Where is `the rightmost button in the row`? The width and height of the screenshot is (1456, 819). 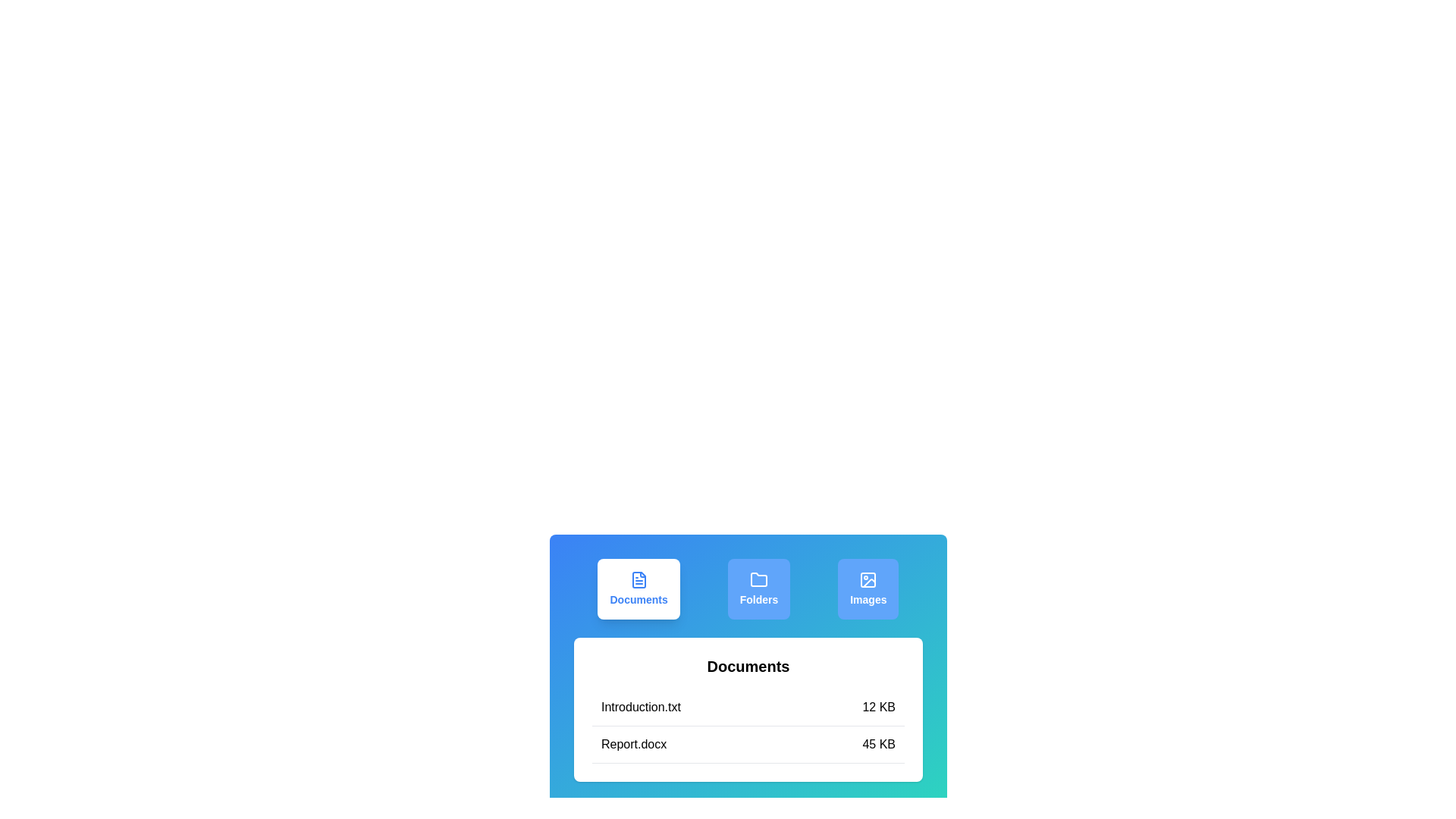 the rightmost button in the row is located at coordinates (868, 588).